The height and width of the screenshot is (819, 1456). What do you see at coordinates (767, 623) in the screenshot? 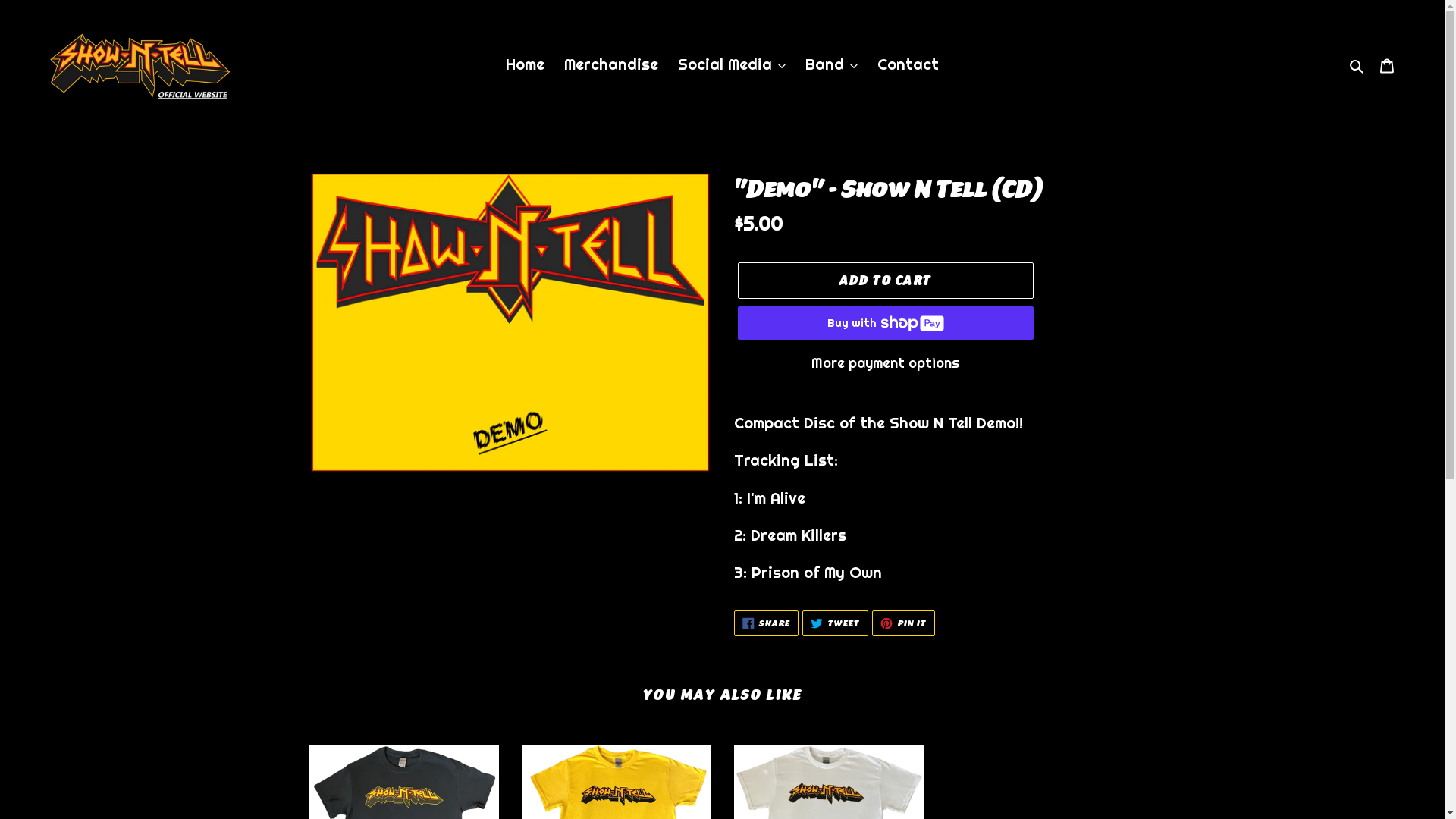
I see `'SHARE` at bounding box center [767, 623].